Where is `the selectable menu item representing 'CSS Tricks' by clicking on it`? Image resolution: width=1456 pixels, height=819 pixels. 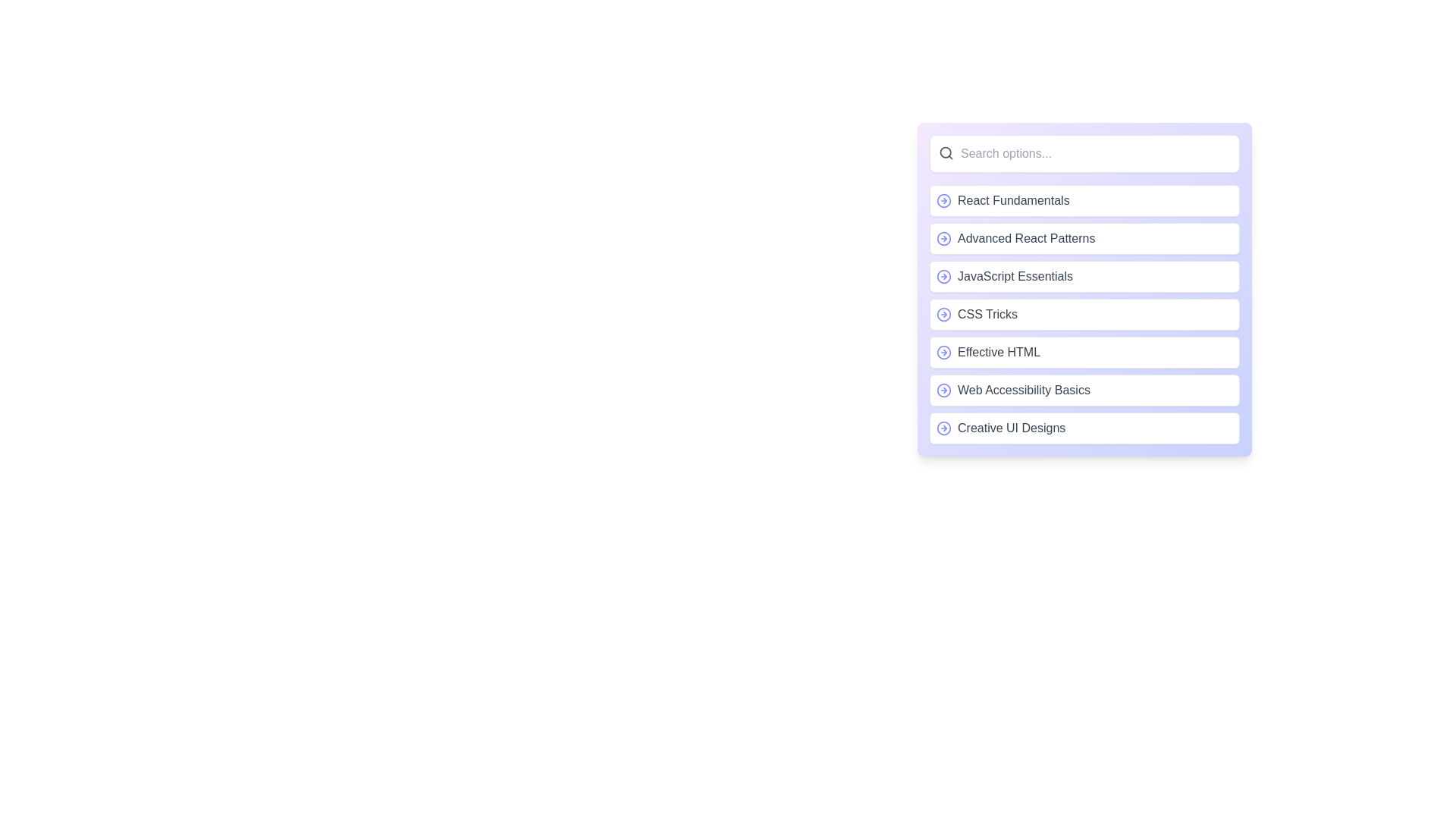
the selectable menu item representing 'CSS Tricks' by clicking on it is located at coordinates (1084, 314).